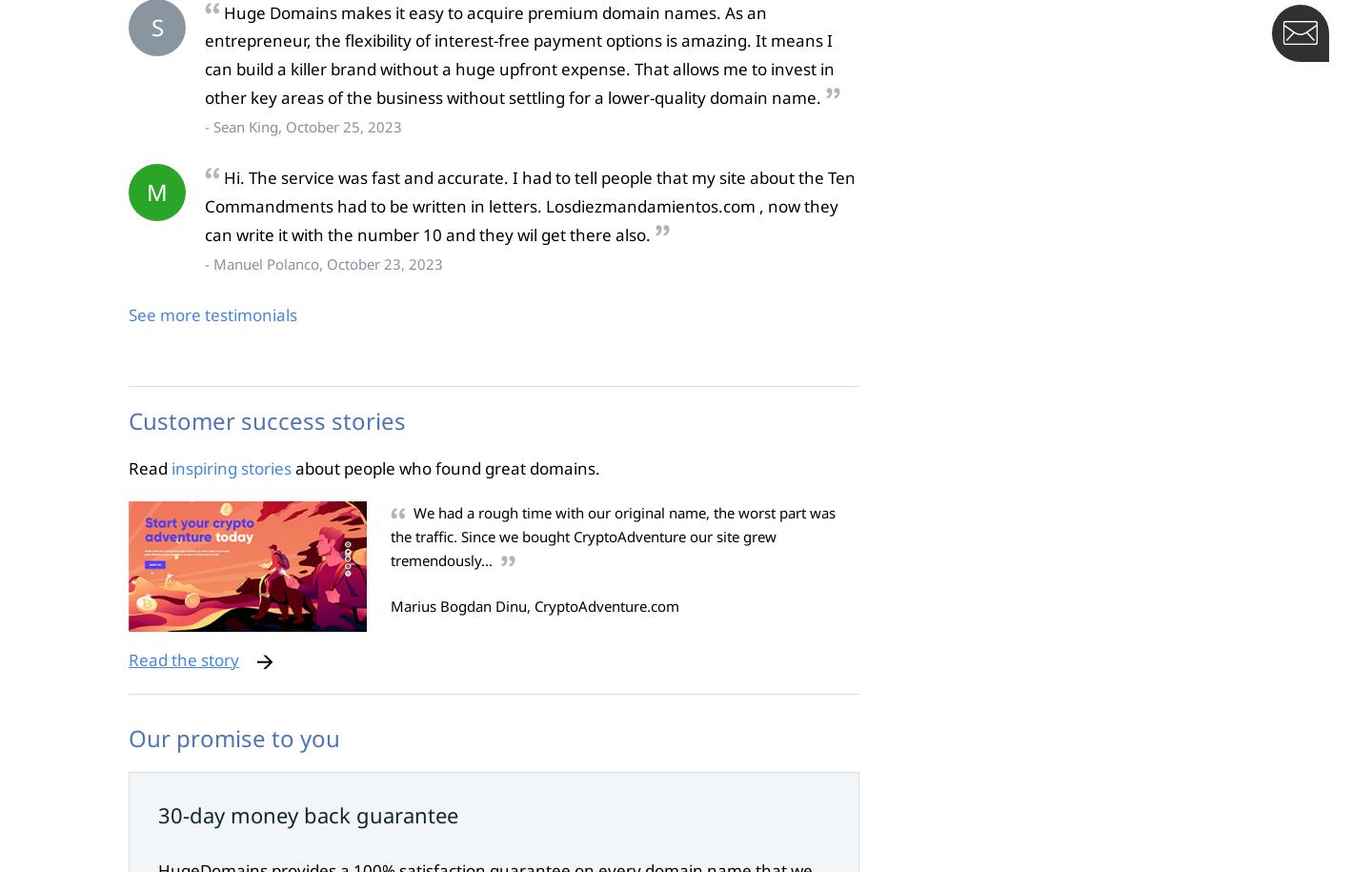  Describe the element at coordinates (212, 314) in the screenshot. I see `'See more testimonials'` at that location.